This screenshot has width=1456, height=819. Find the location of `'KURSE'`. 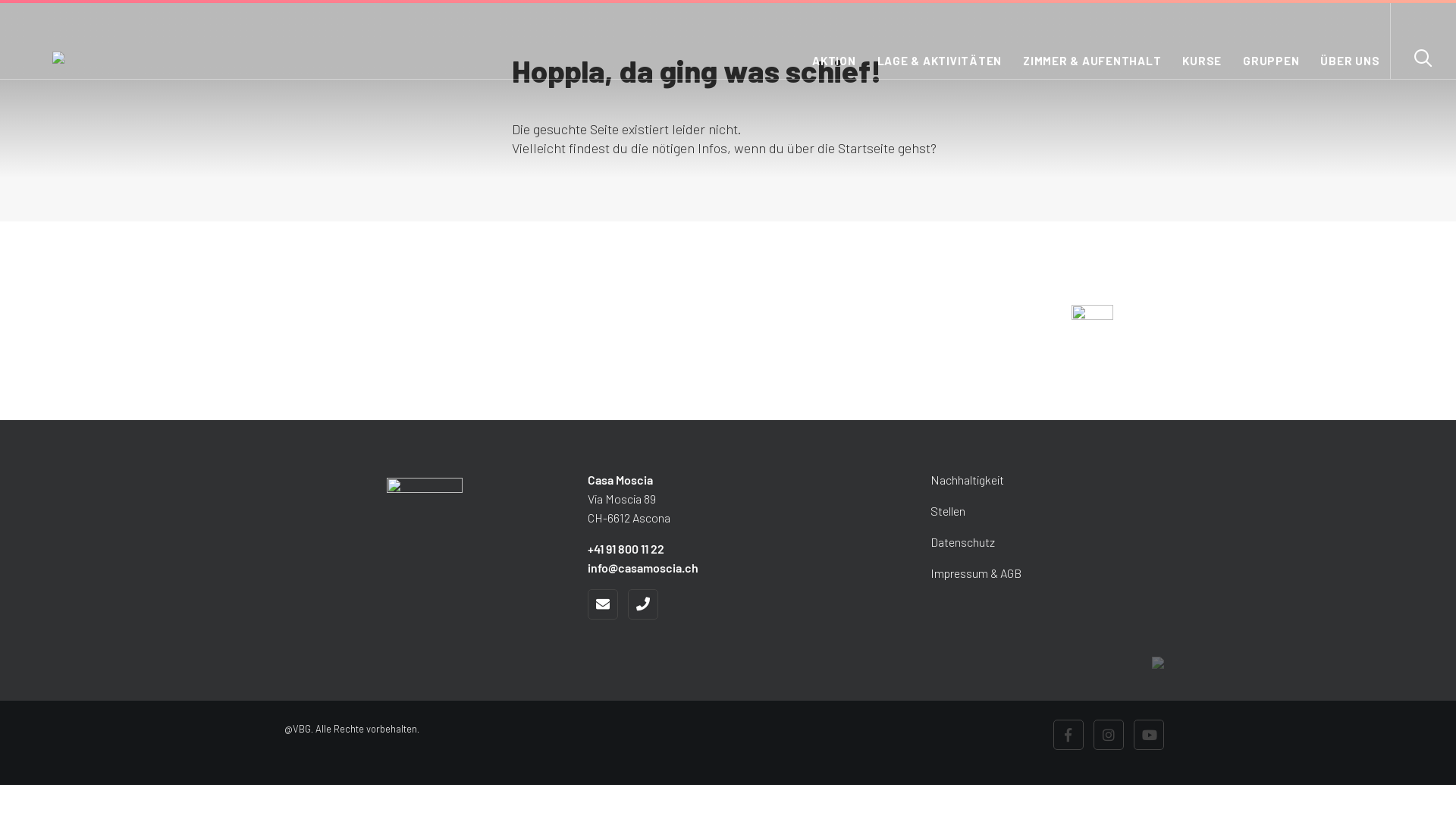

'KURSE' is located at coordinates (1200, 66).